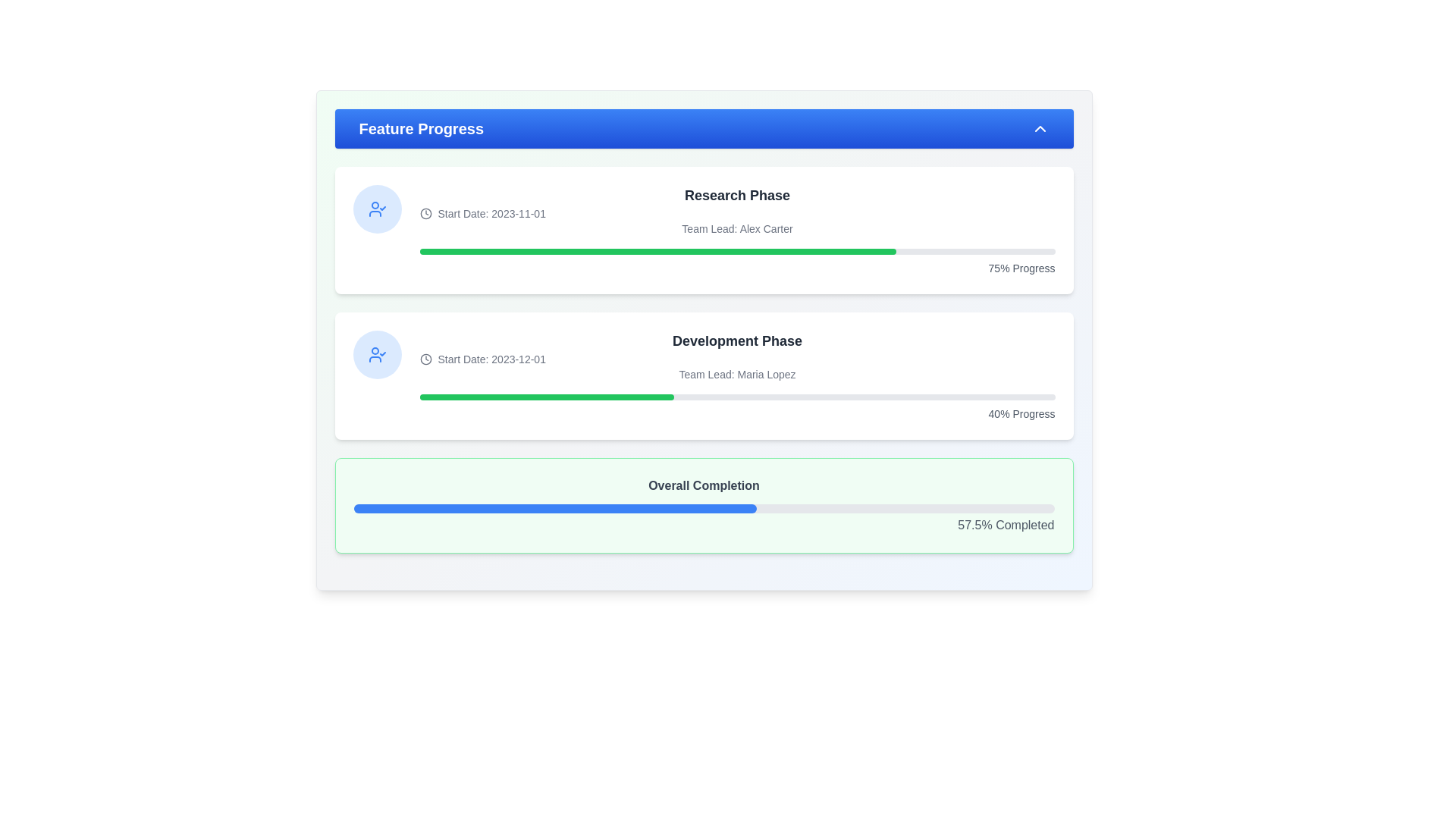 This screenshot has width=1456, height=819. What do you see at coordinates (737, 195) in the screenshot?
I see `the Text Label at the top of the progress card that indicates the phase name associated with the data below it` at bounding box center [737, 195].